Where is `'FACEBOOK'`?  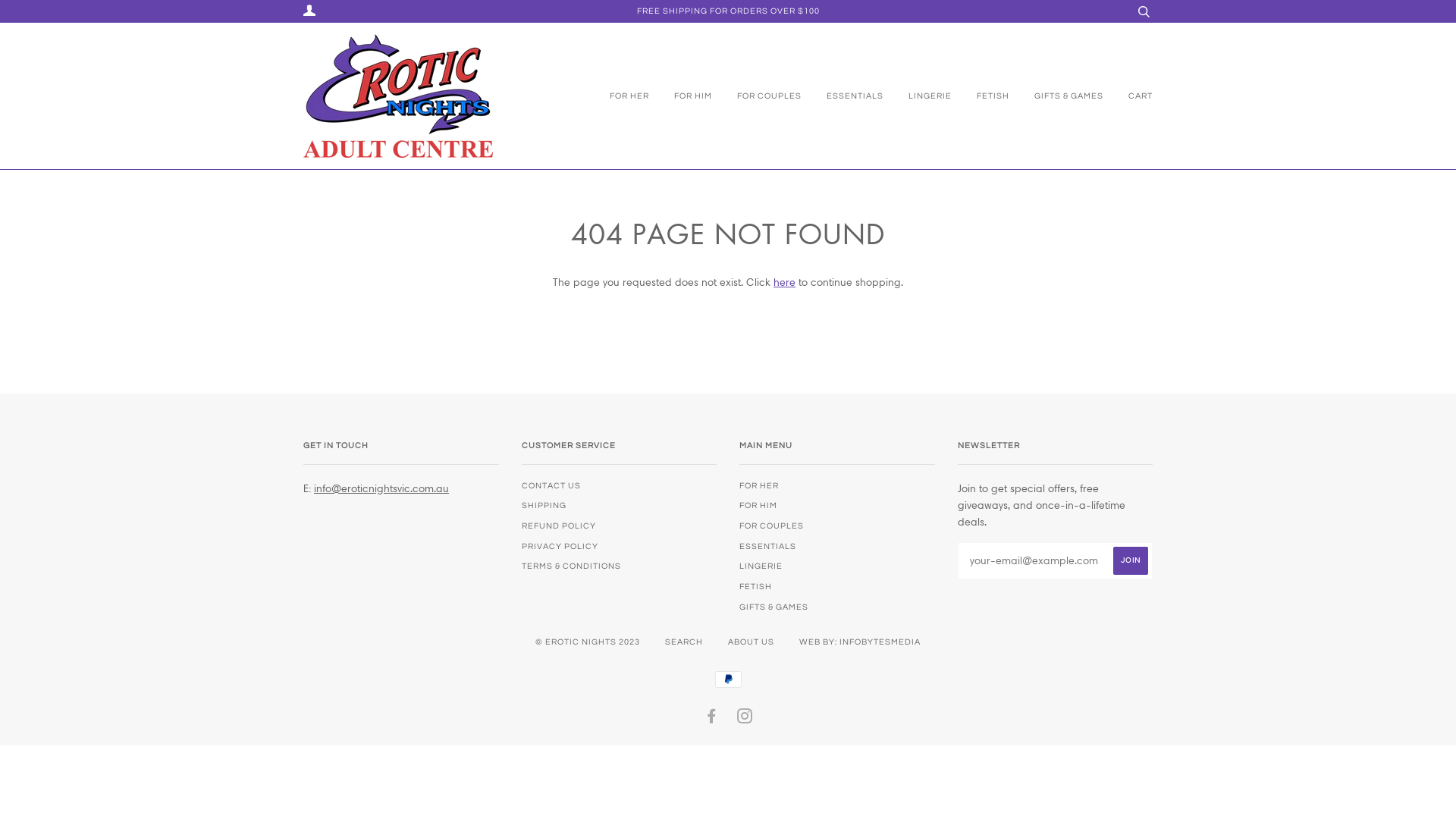 'FACEBOOK' is located at coordinates (711, 718).